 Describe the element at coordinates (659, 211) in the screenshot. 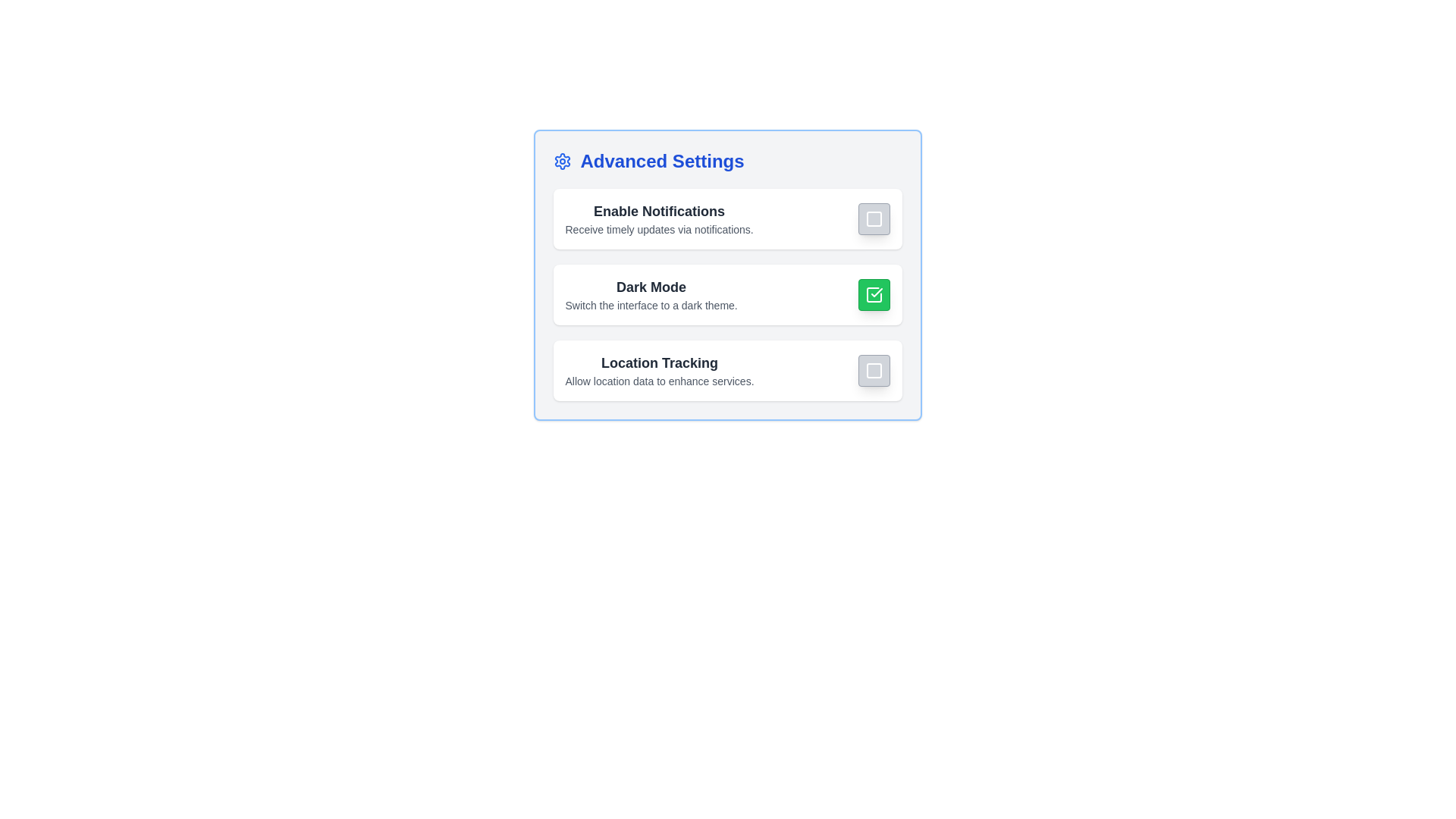

I see `the text label displaying 'Enable Notifications' in bold, located at the top of the 'Advanced Settings' section` at that location.